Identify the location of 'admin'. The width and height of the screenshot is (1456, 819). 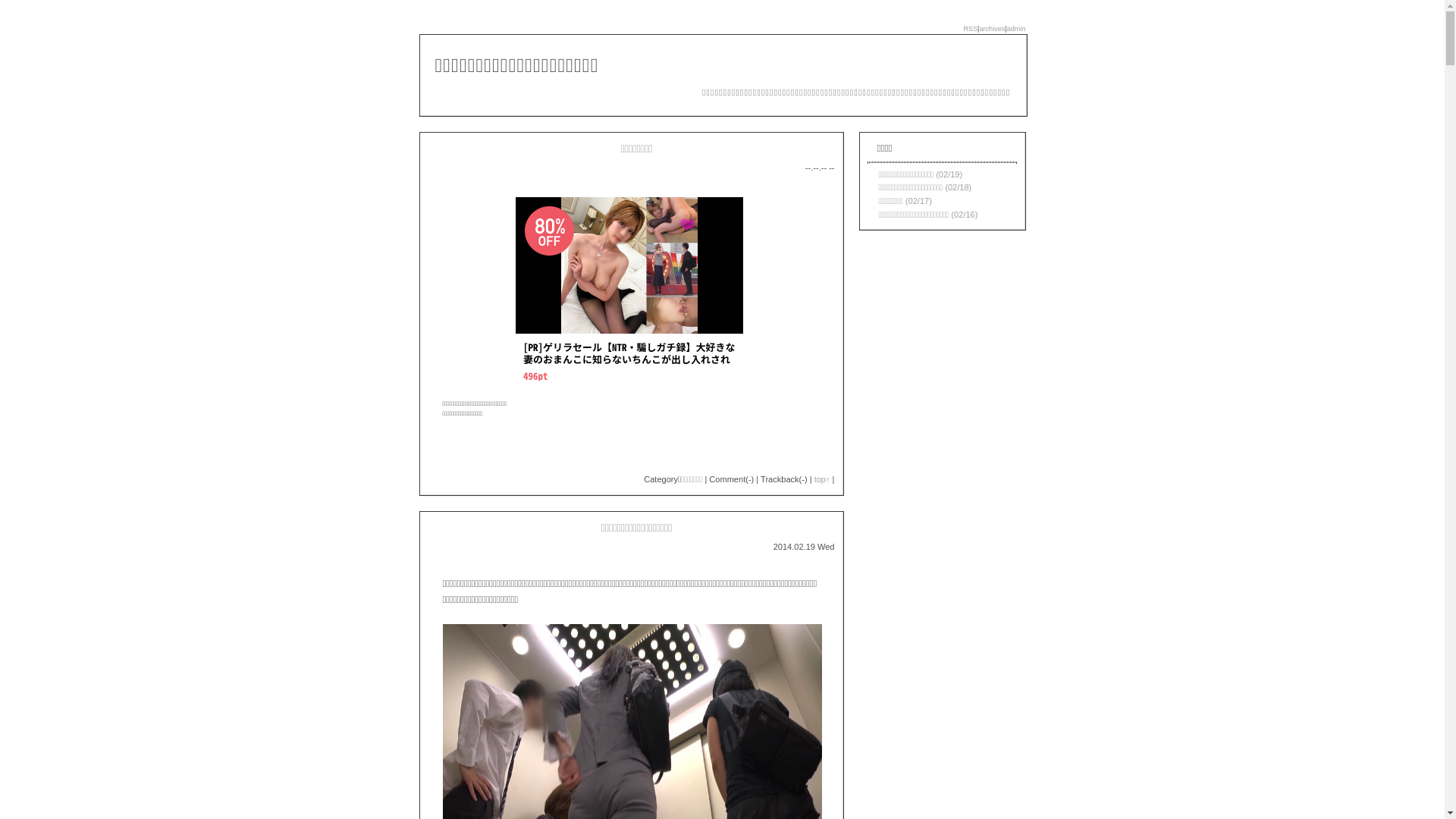
(1016, 29).